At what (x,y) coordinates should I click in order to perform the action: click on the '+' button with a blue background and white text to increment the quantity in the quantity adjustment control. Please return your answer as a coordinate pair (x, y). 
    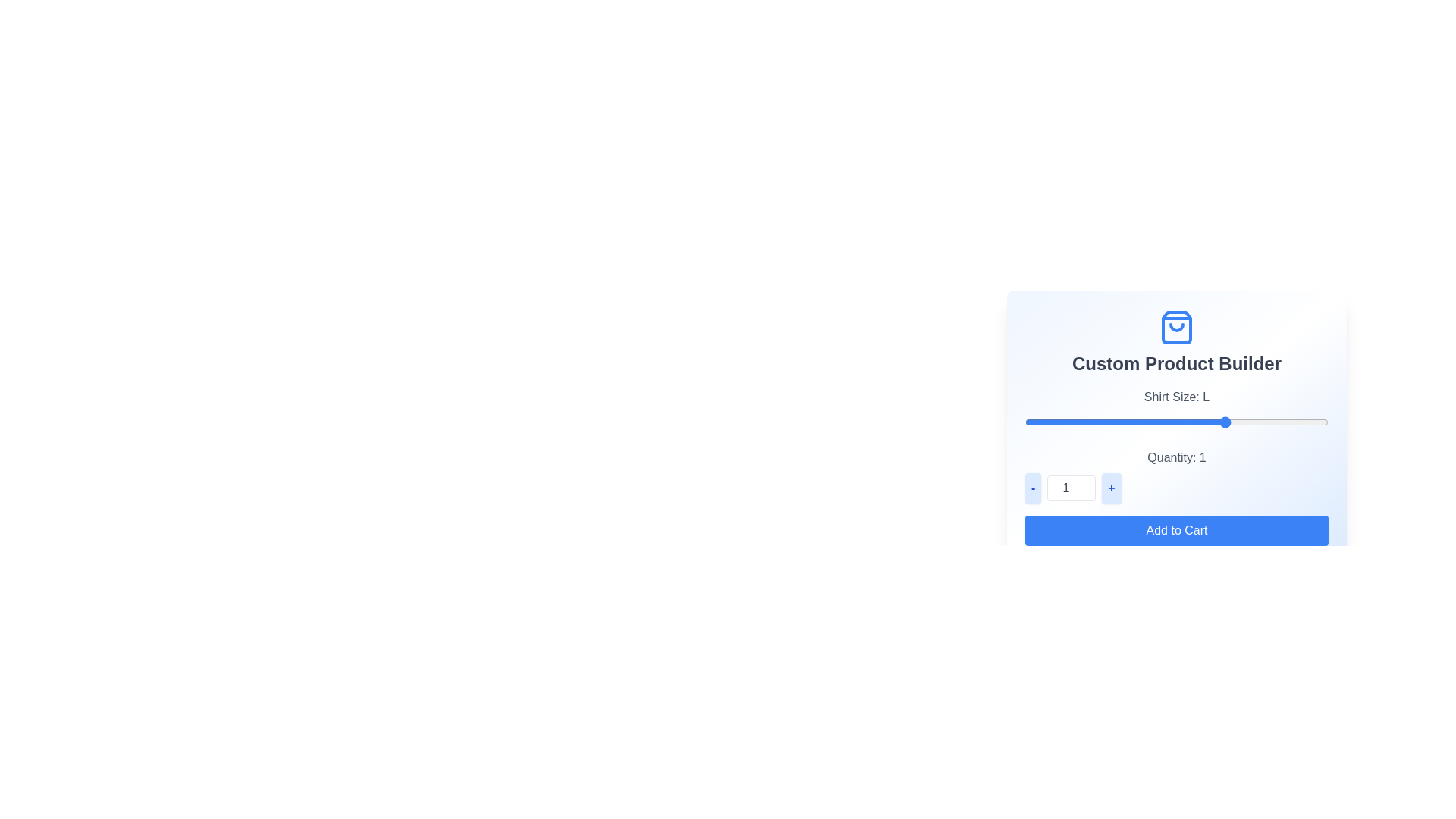
    Looking at the image, I should click on (1111, 488).